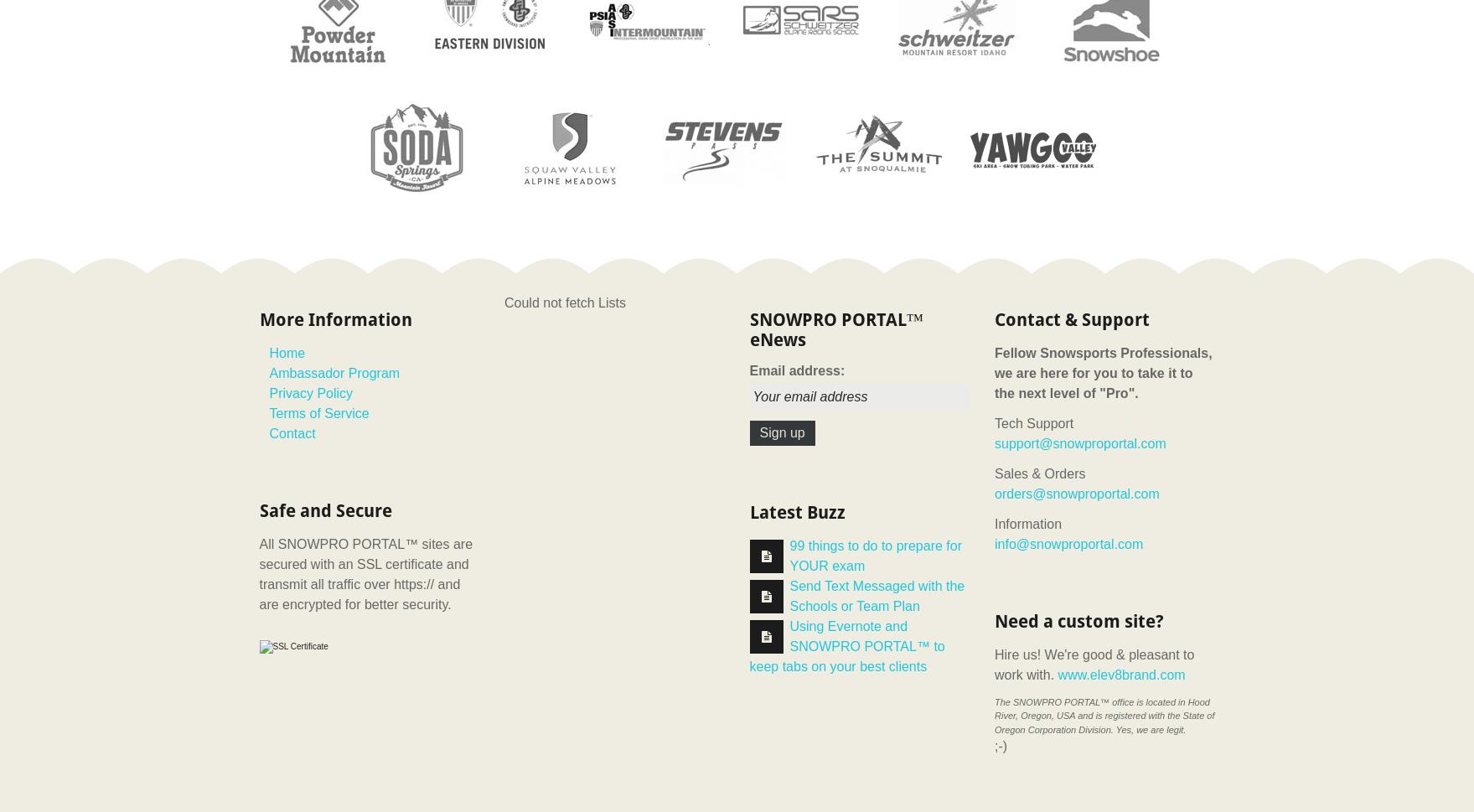  Describe the element at coordinates (1104, 714) in the screenshot. I see `'The SNOWPRO PORTAL™ office is located in Hood River, Oregon, USA and is registered with the State of Oregon Corporation Division. Yes, we are legit.'` at that location.